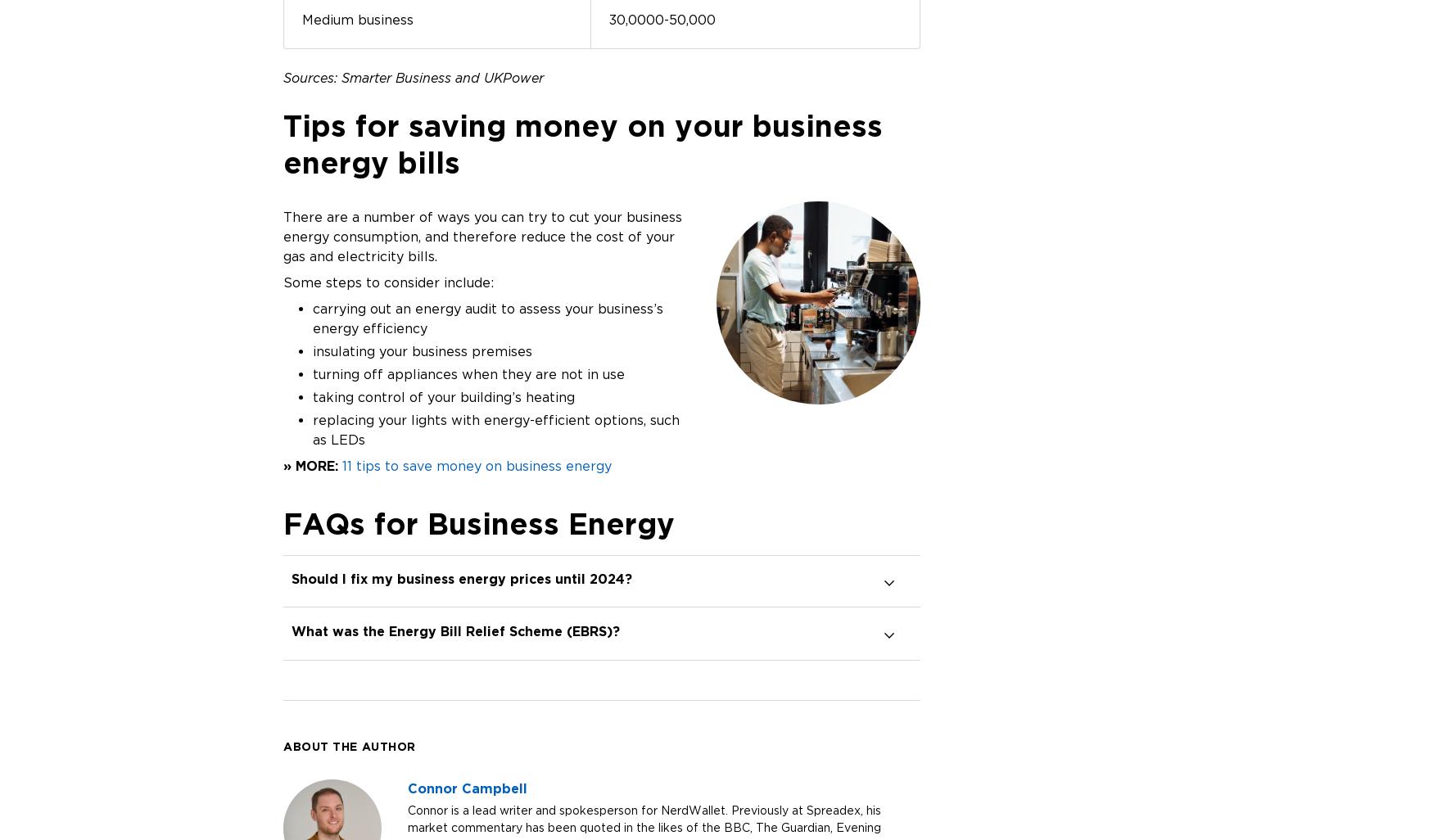  Describe the element at coordinates (486, 317) in the screenshot. I see `'carrying out an energy audit to assess your business’s energy efficiency'` at that location.